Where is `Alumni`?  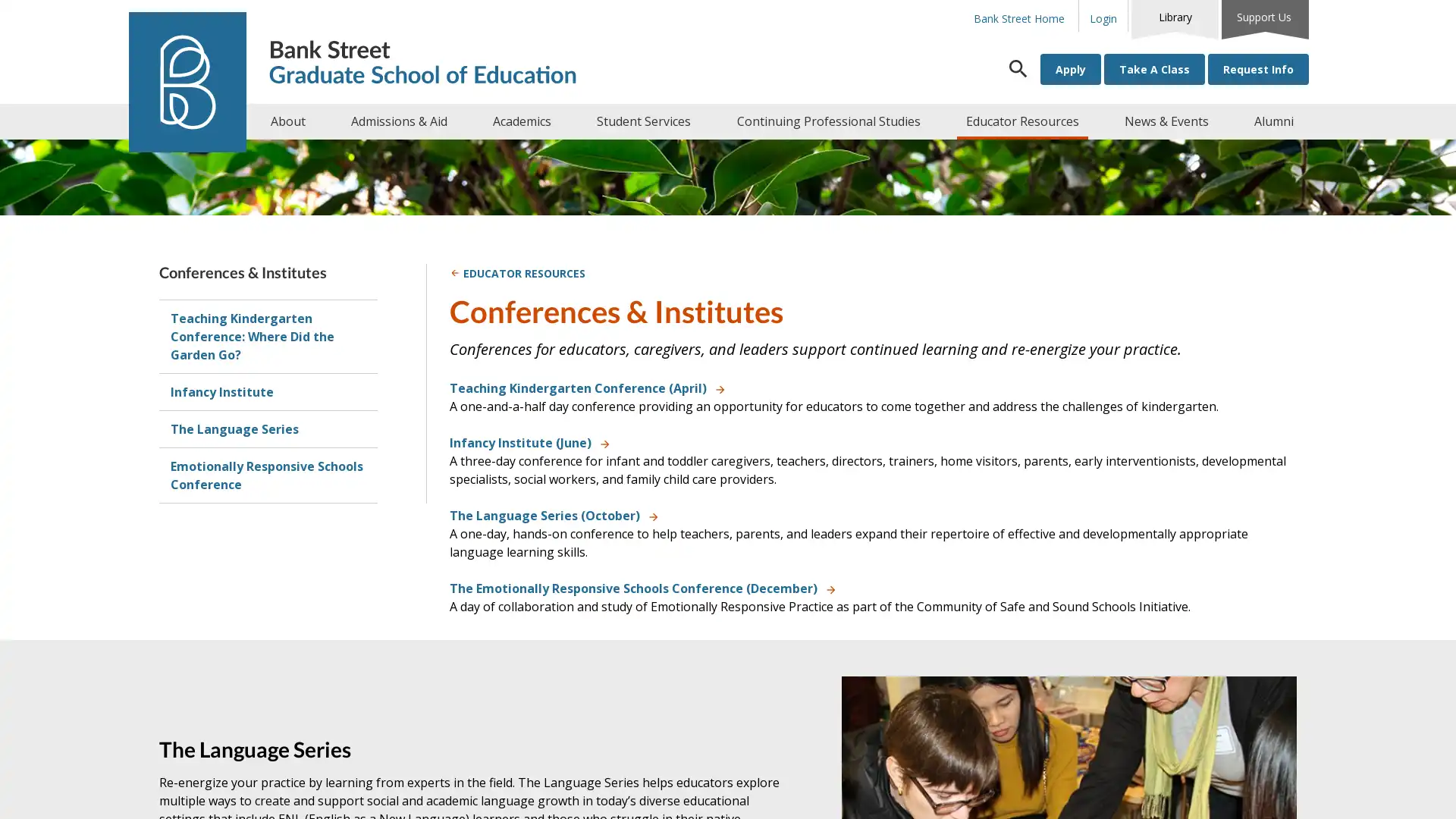 Alumni is located at coordinates (1273, 121).